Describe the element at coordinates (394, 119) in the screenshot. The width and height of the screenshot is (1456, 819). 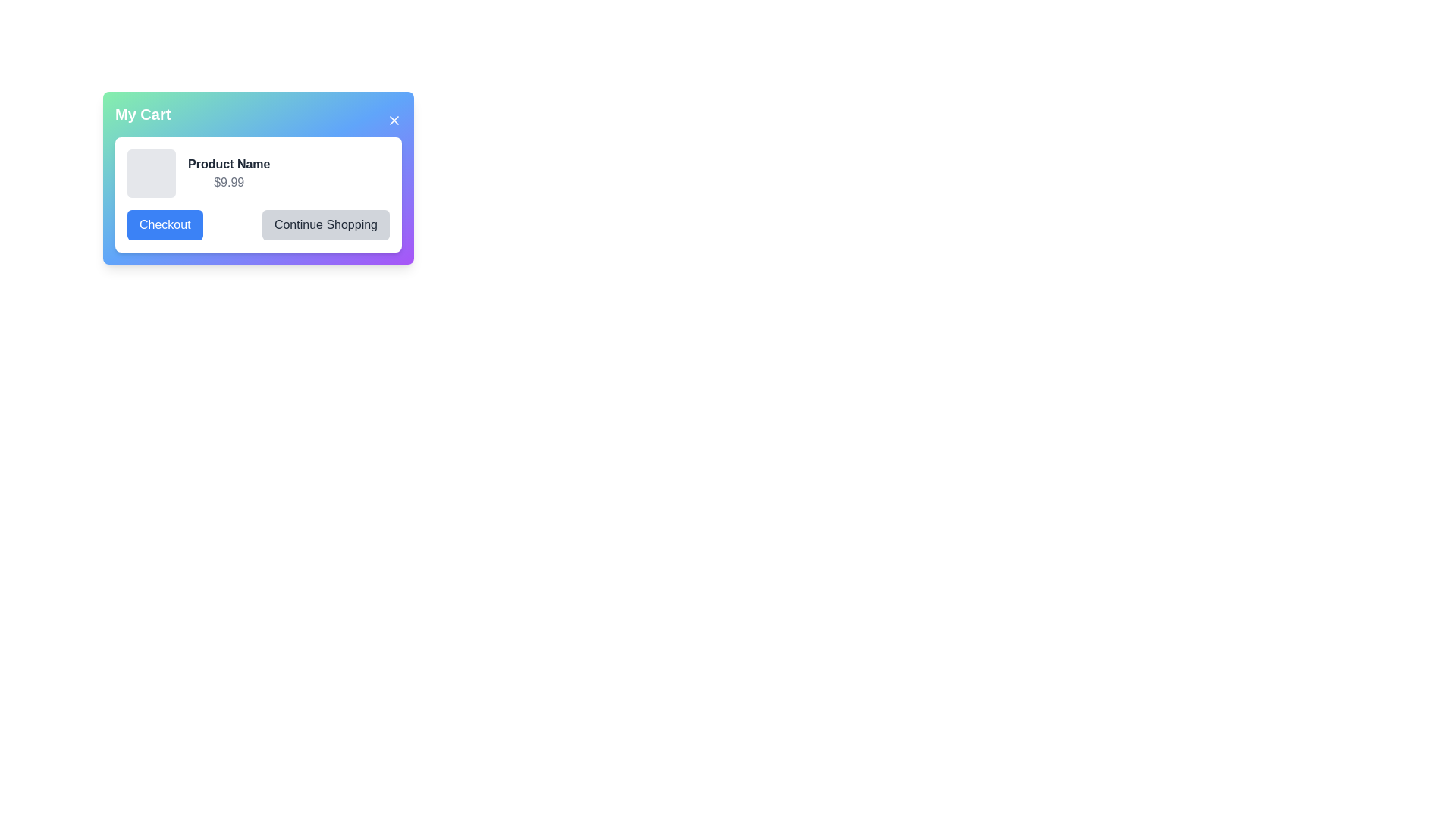
I see `the close button icon (cross symbol) at the top-right corner of the 'My Cart' modal to change its color to red` at that location.